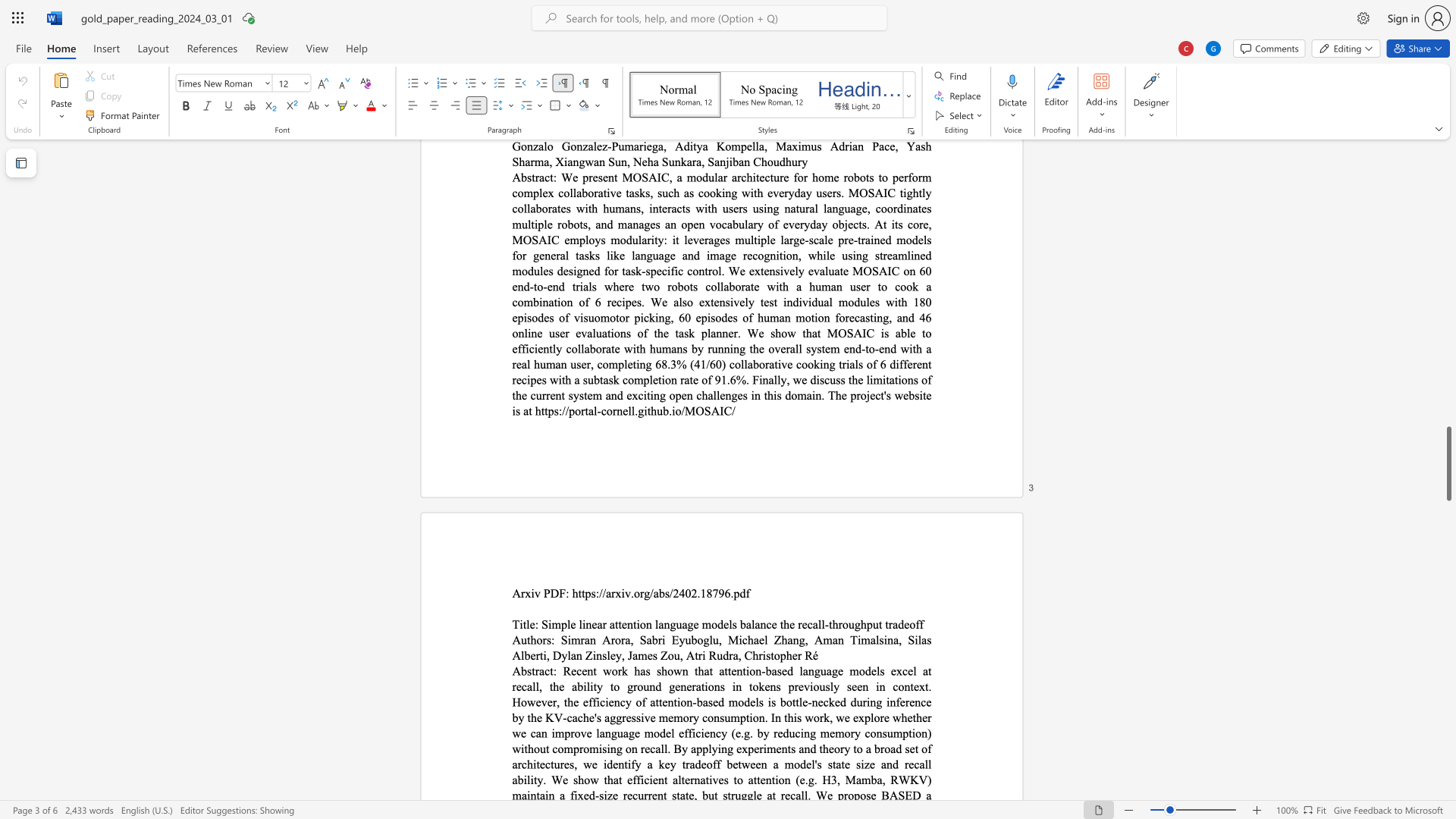 The height and width of the screenshot is (819, 1456). What do you see at coordinates (1448, 271) in the screenshot?
I see `the scrollbar on the right to move the page upward` at bounding box center [1448, 271].